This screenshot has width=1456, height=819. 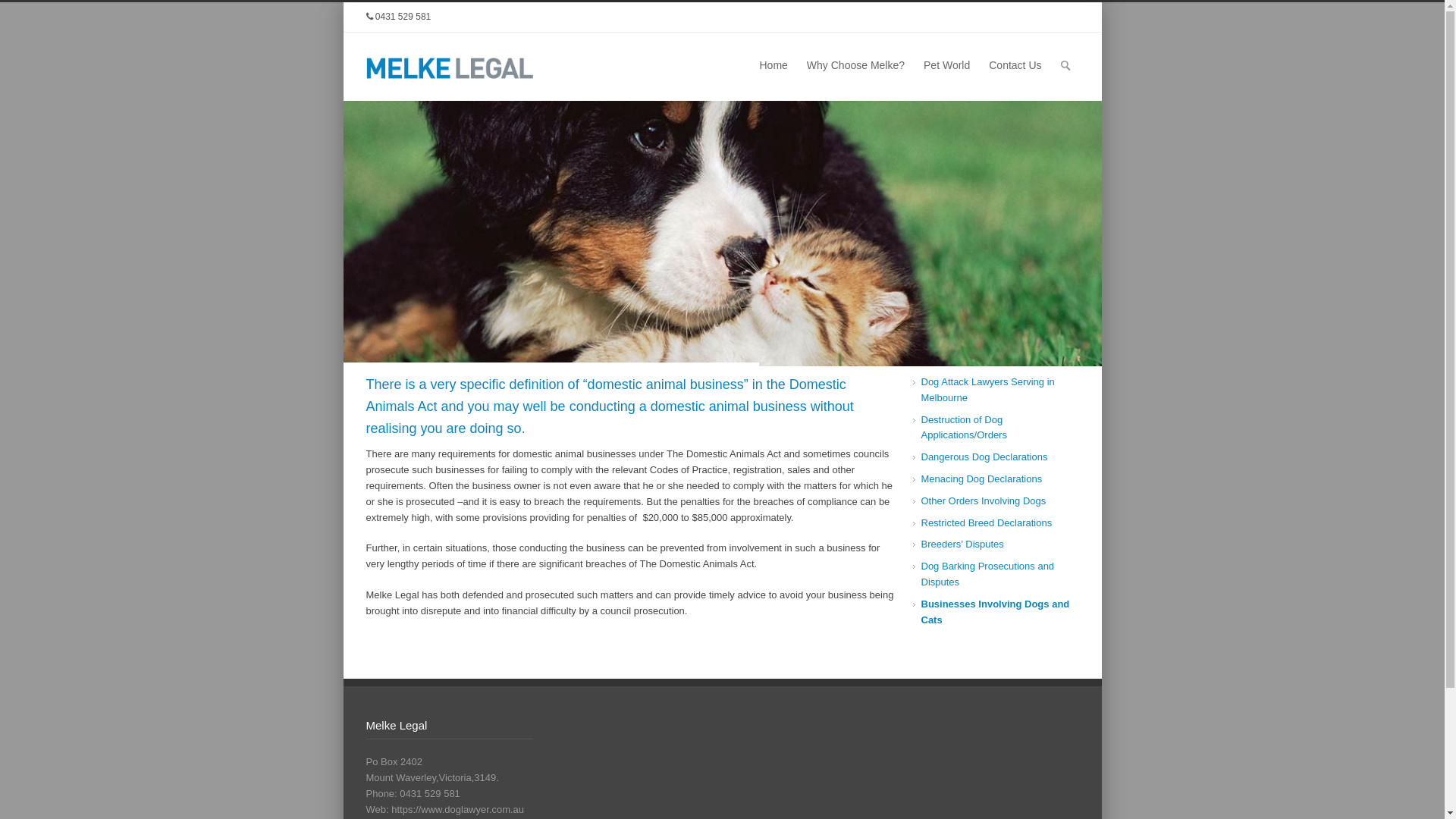 What do you see at coordinates (457, 808) in the screenshot?
I see `'https://www.doglawyer.com.au'` at bounding box center [457, 808].